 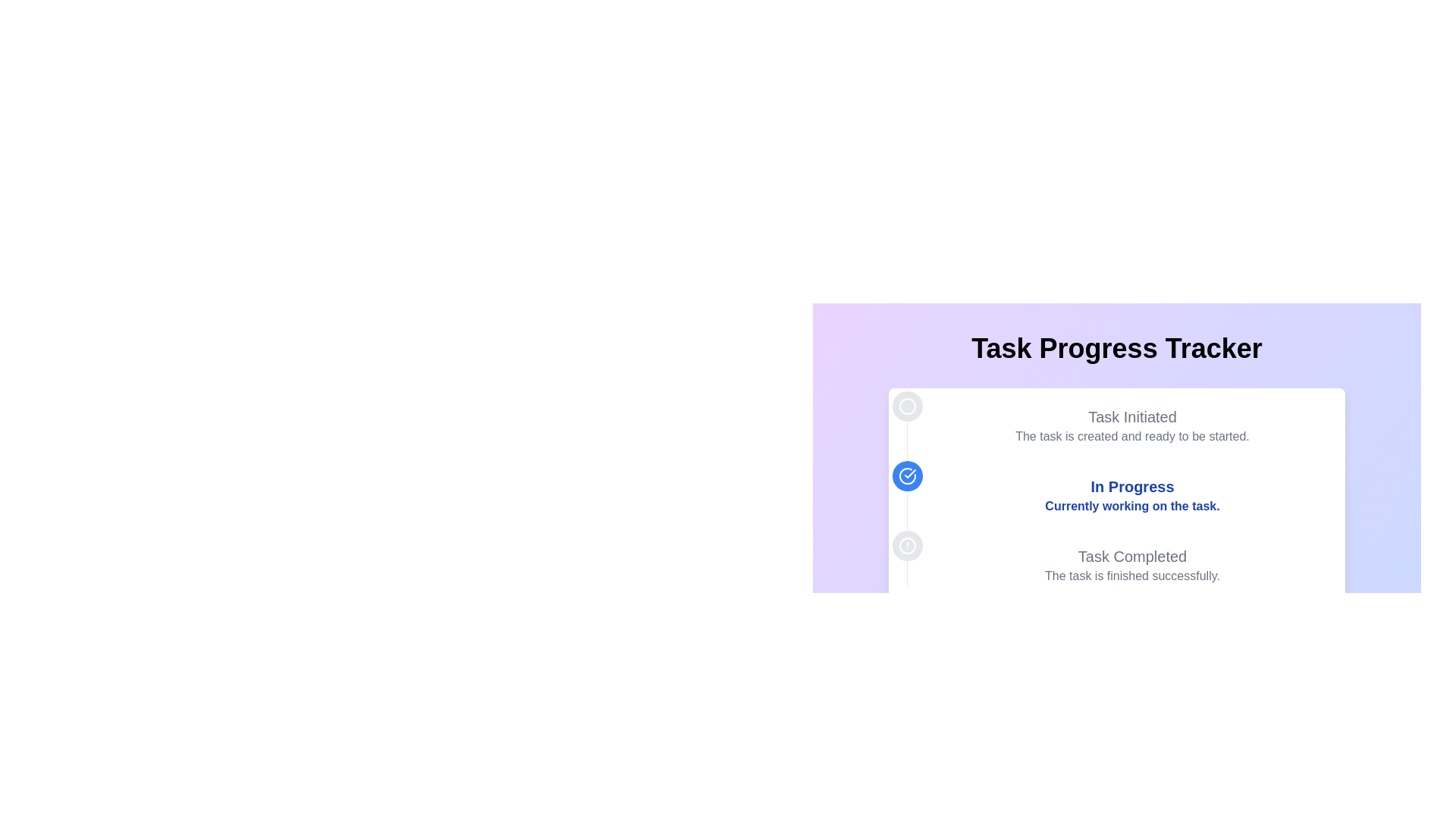 What do you see at coordinates (1132, 486) in the screenshot?
I see `the prominent text label displaying 'In Progress' which is styled in large, bold blue text, located centrally above a smaller status description in a progress tracker interface` at bounding box center [1132, 486].